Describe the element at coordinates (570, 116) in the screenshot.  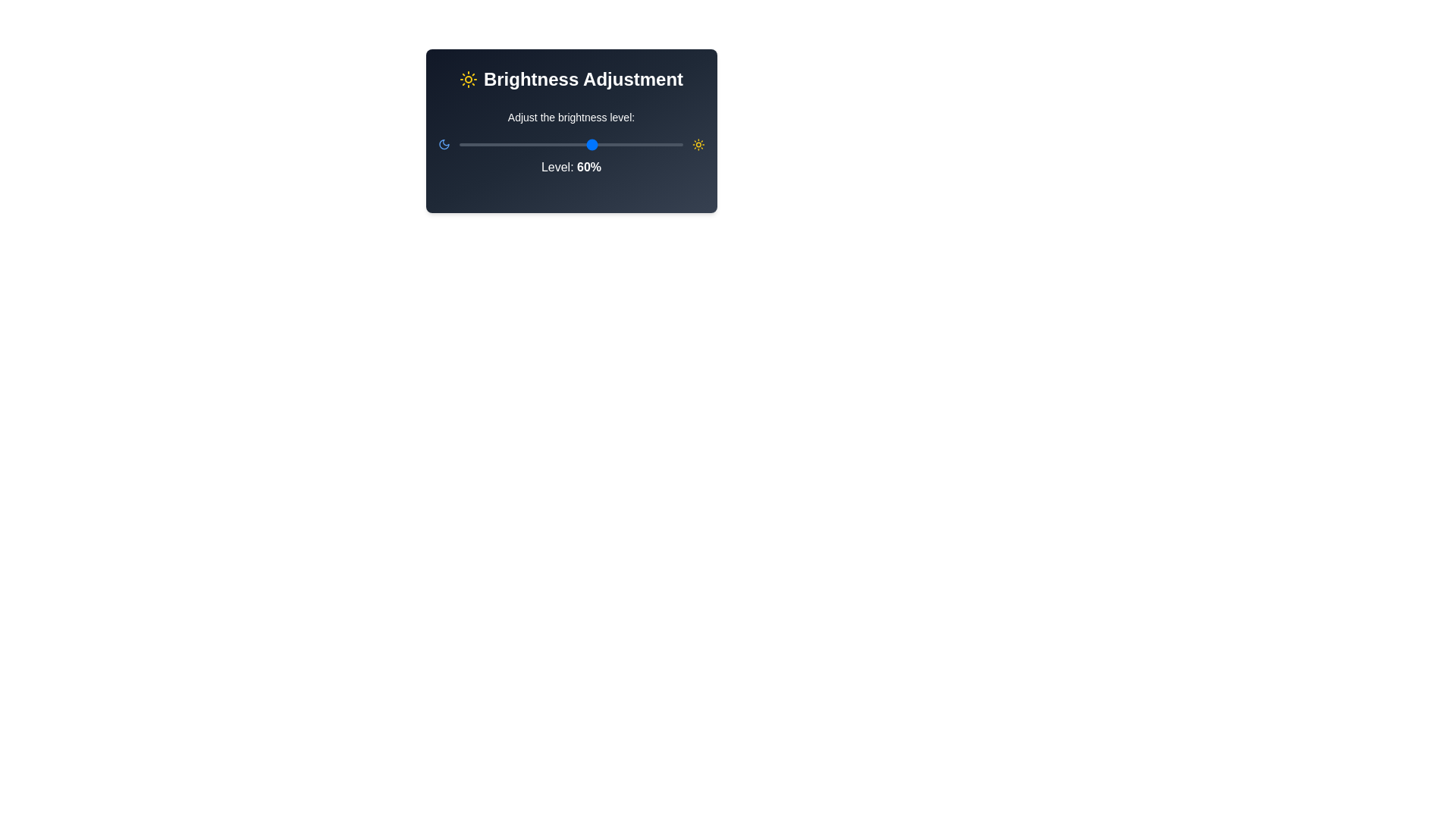
I see `the text label that says 'Adjust the brightness level:' located in the top-middle area of the 'Brightness Adjustment' panel` at that location.